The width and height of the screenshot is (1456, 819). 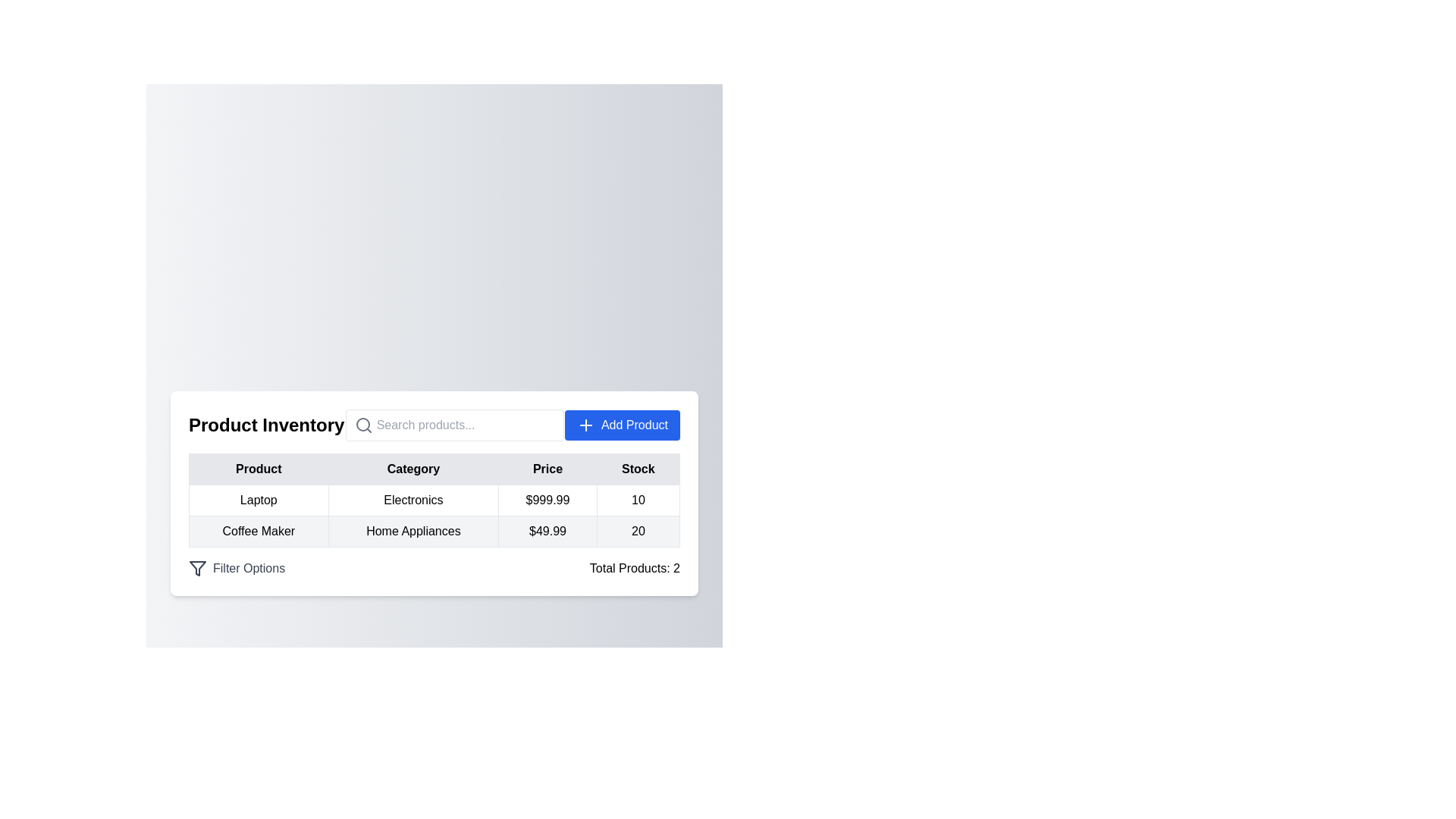 What do you see at coordinates (266, 425) in the screenshot?
I see `the 'Product Inventory' textual header element, which is displayed in bold and large font at the top left section of a card-like structure, above a search bar and next to an 'Add Product' button` at bounding box center [266, 425].